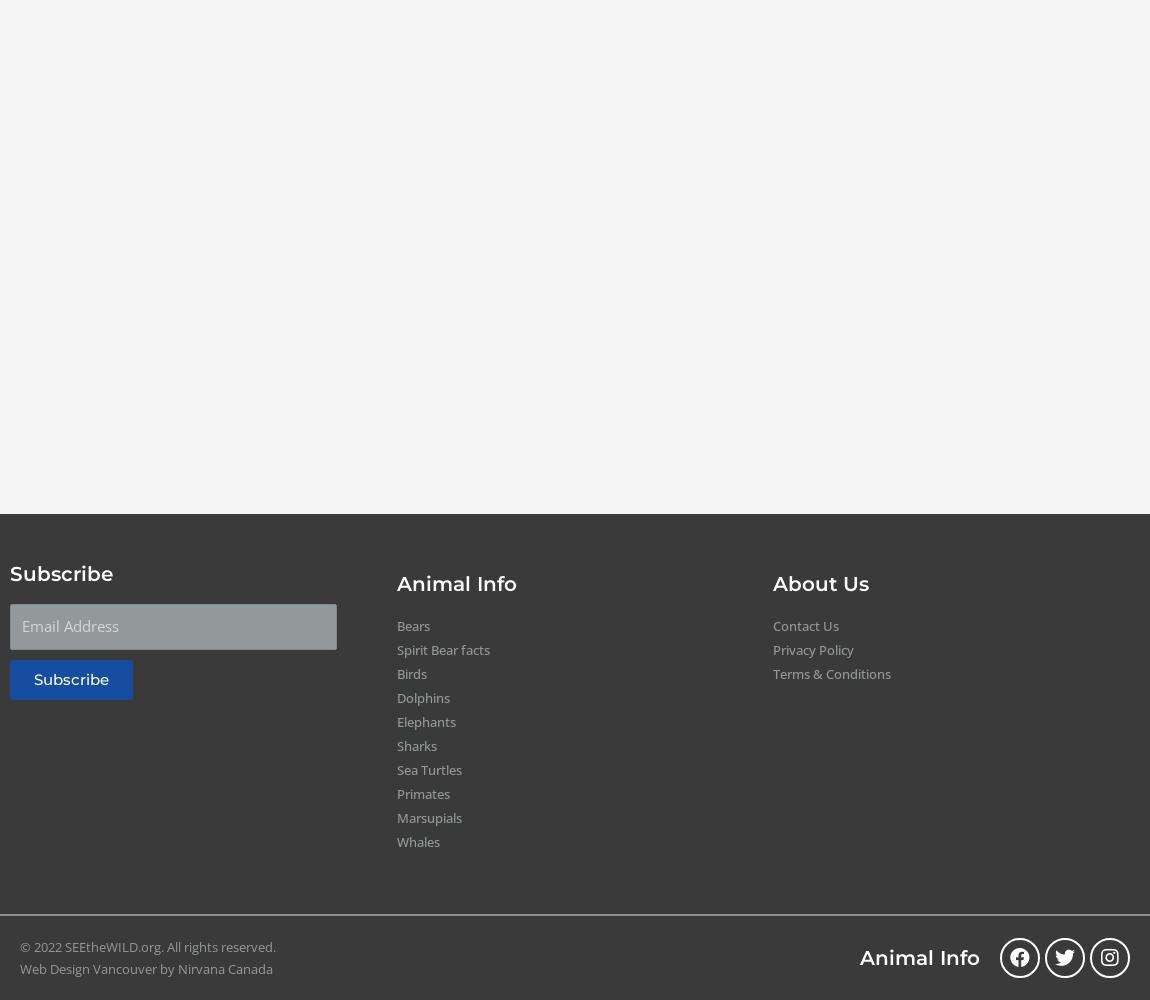 This screenshot has width=1150, height=1000. I want to click on 'Elephants', so click(425, 721).